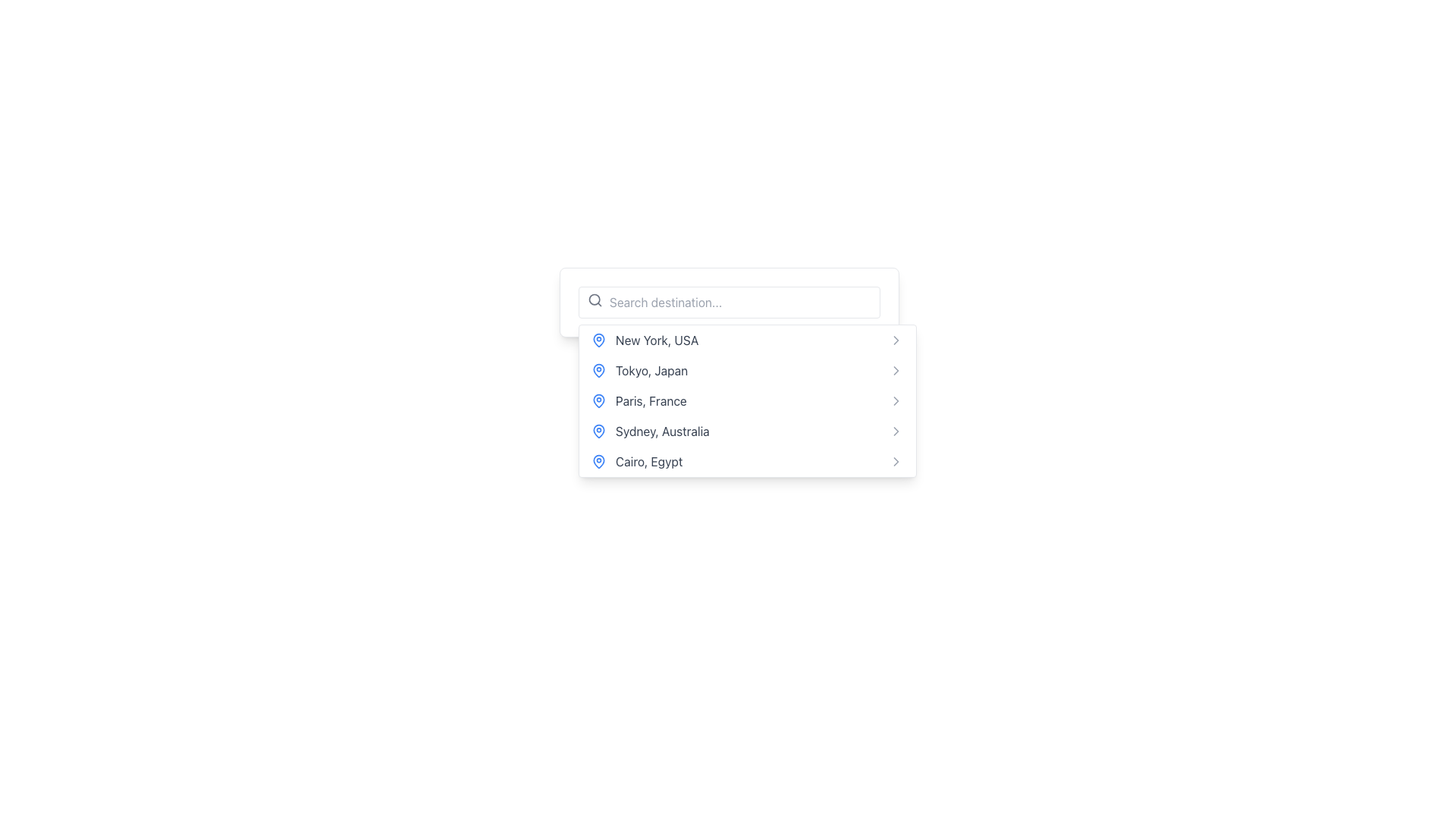  I want to click on the location marker icon located to the left of the text 'Sydney, Australia' in the fourth item of the vertical menu list within the dropdown component, so click(598, 431).